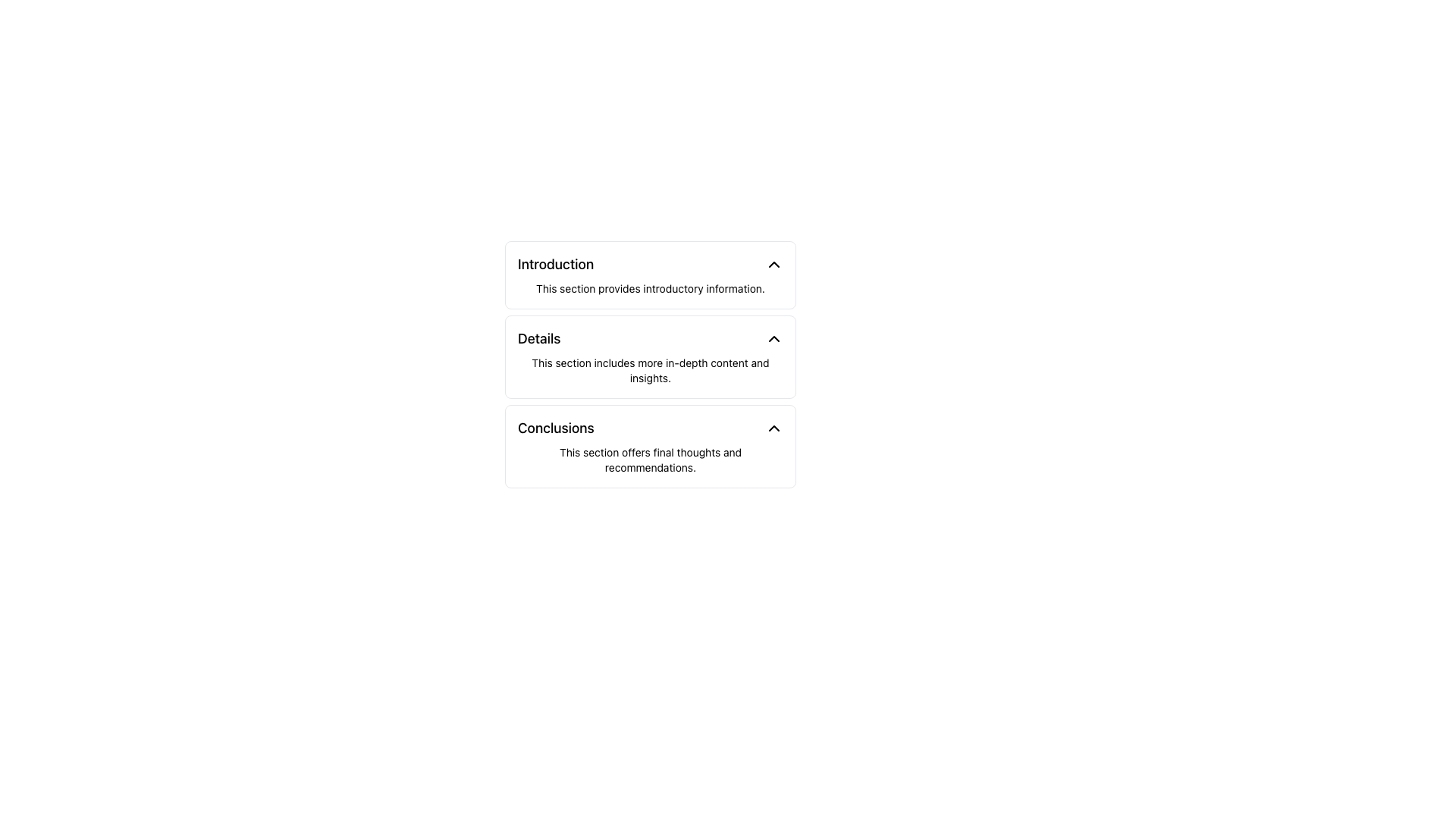 The height and width of the screenshot is (819, 1456). Describe the element at coordinates (774, 428) in the screenshot. I see `the upward-pointed chevron icon located on the far-right side of the 'Conclusions' section header` at that location.